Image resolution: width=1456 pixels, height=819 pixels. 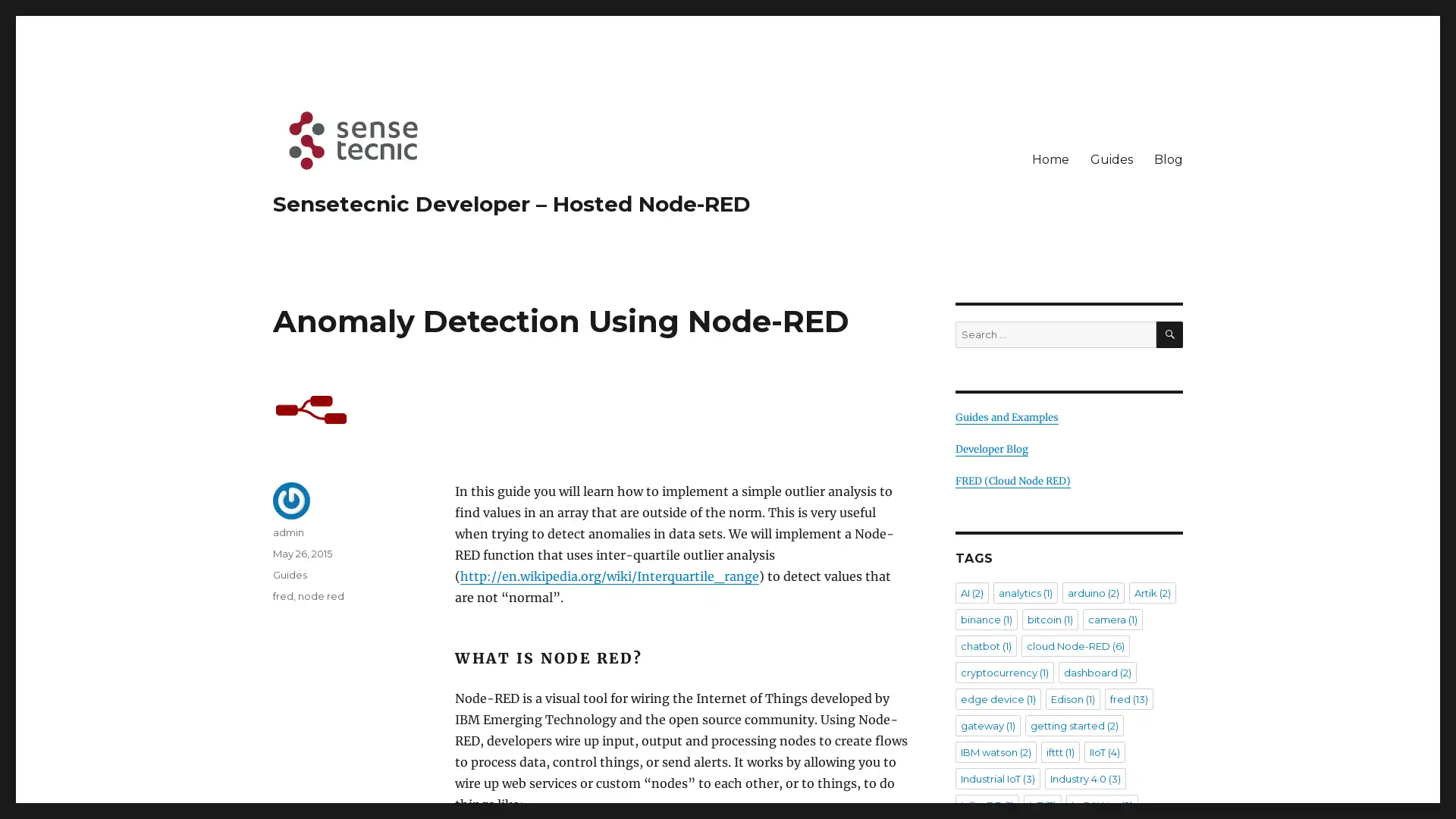 I want to click on SEARCH, so click(x=1169, y=334).